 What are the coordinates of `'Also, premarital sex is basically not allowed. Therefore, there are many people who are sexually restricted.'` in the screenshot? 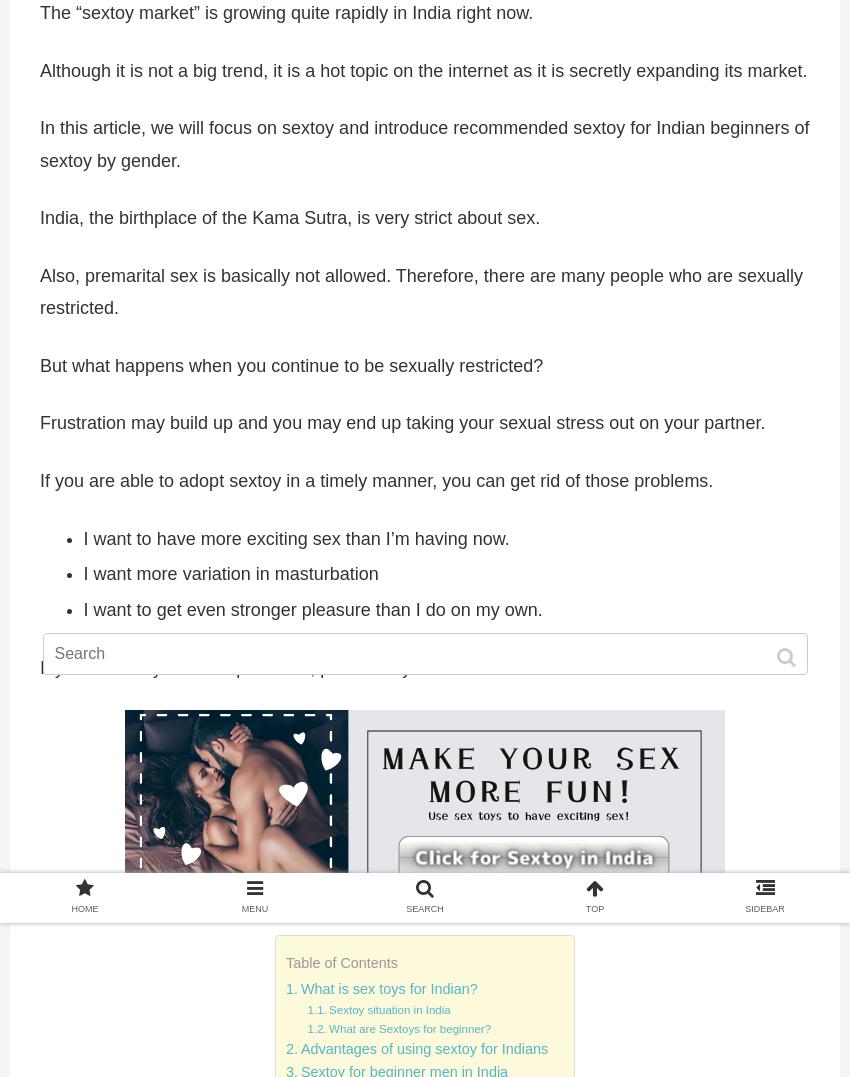 It's located at (421, 291).